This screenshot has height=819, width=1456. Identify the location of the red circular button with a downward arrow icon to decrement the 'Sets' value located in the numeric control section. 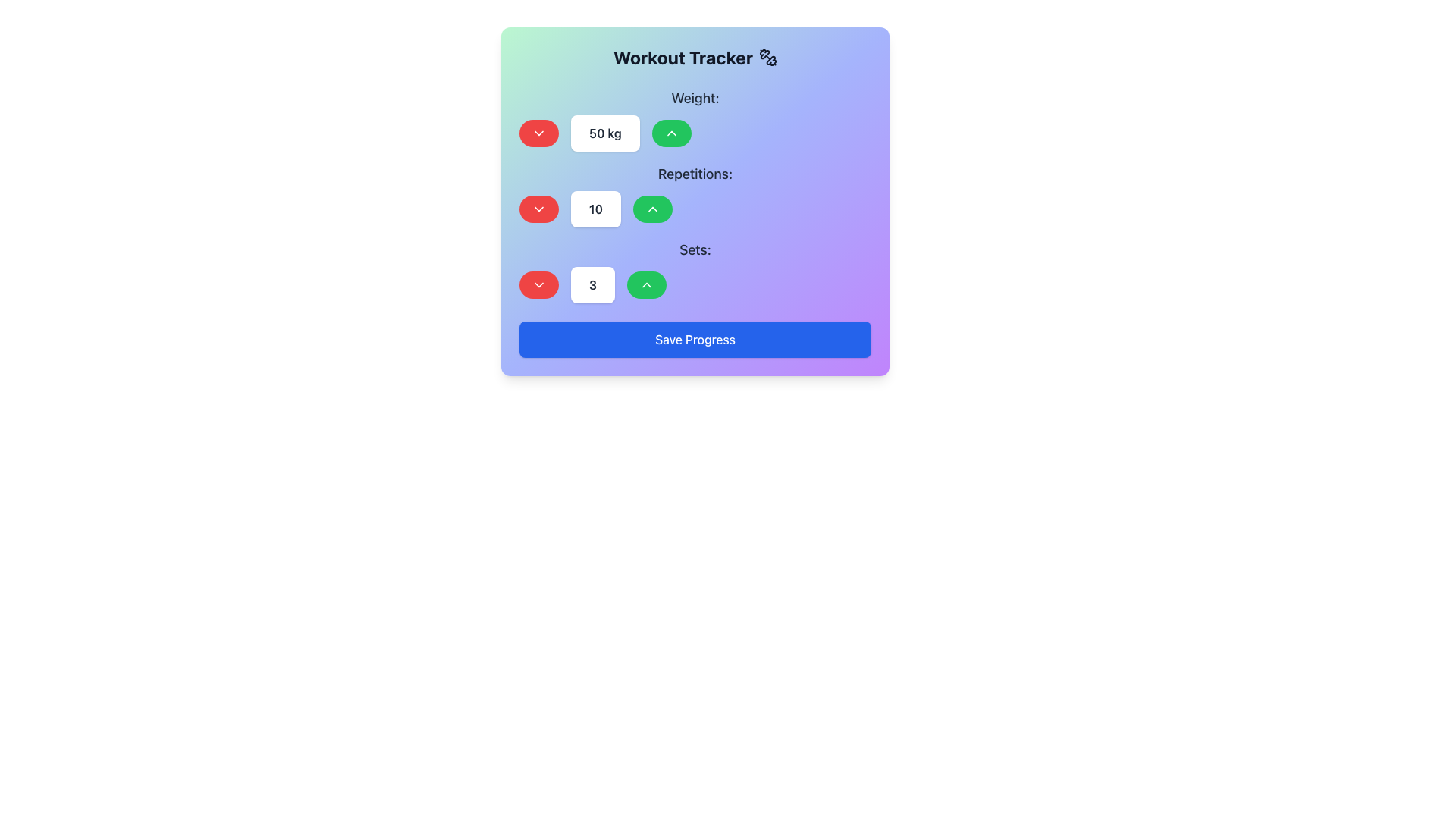
(538, 284).